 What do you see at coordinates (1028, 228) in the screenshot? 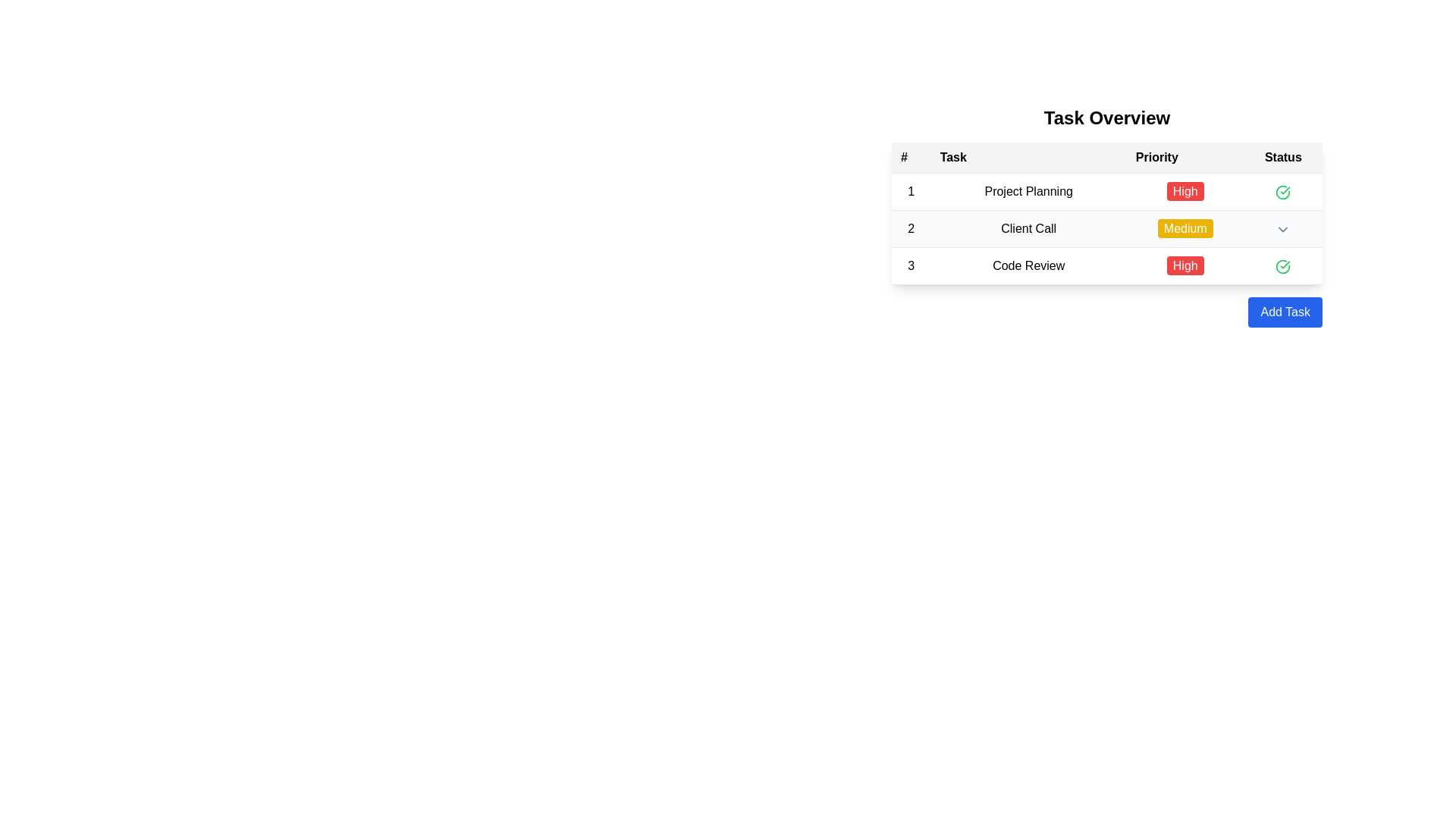
I see `the 'Client Call' text label located in the second row of the 'Task' column in the task overview table` at bounding box center [1028, 228].